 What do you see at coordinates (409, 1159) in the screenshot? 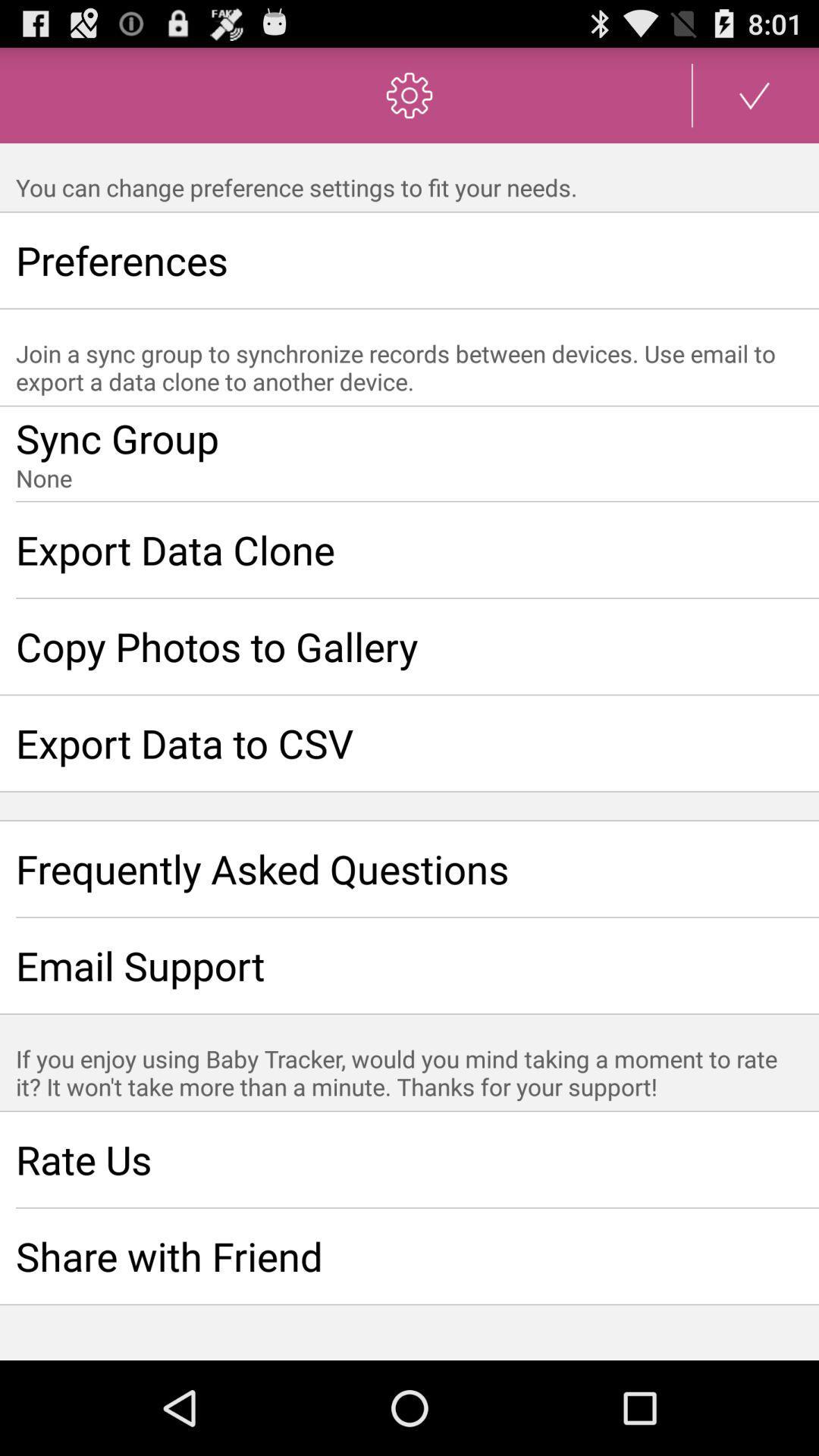
I see `rate us item` at bounding box center [409, 1159].